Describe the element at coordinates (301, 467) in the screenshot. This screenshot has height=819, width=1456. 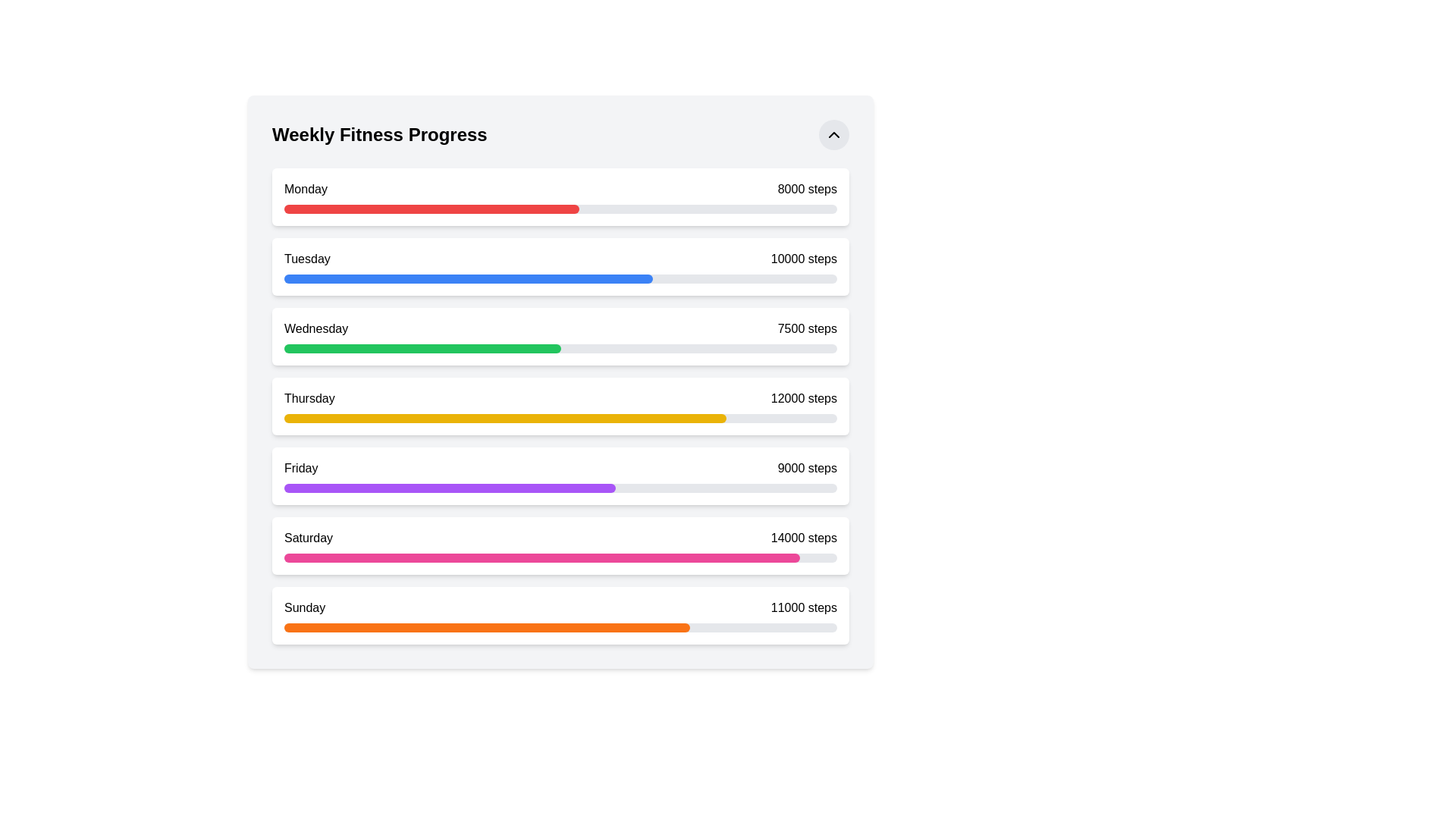
I see `the text label that identifies the day 'Friday' in the activity tracker view, positioned to the left of the metric '9000 steps'` at that location.